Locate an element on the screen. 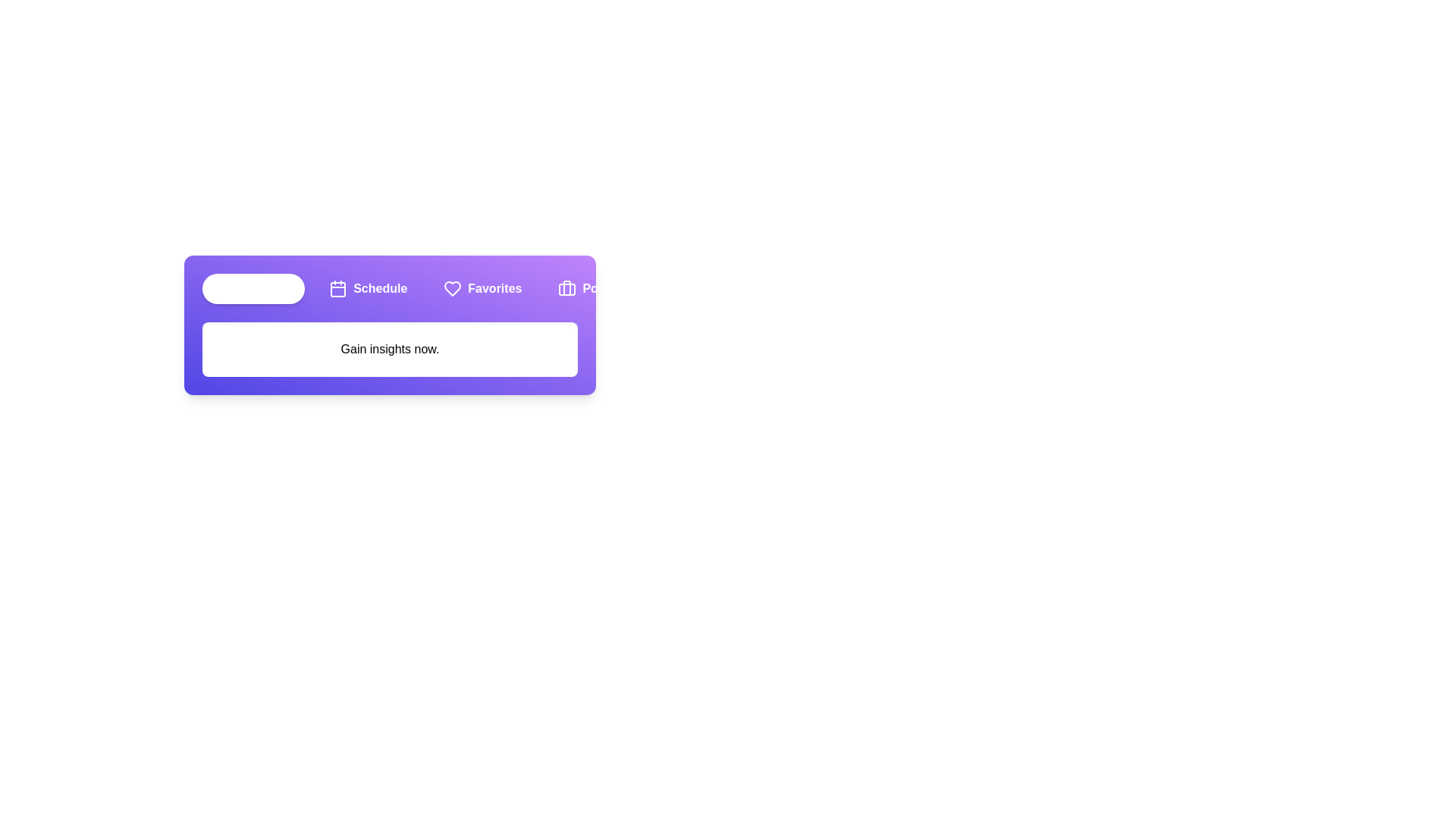 This screenshot has height=819, width=1456. the tab labeled Schedule to view its content is located at coordinates (367, 289).